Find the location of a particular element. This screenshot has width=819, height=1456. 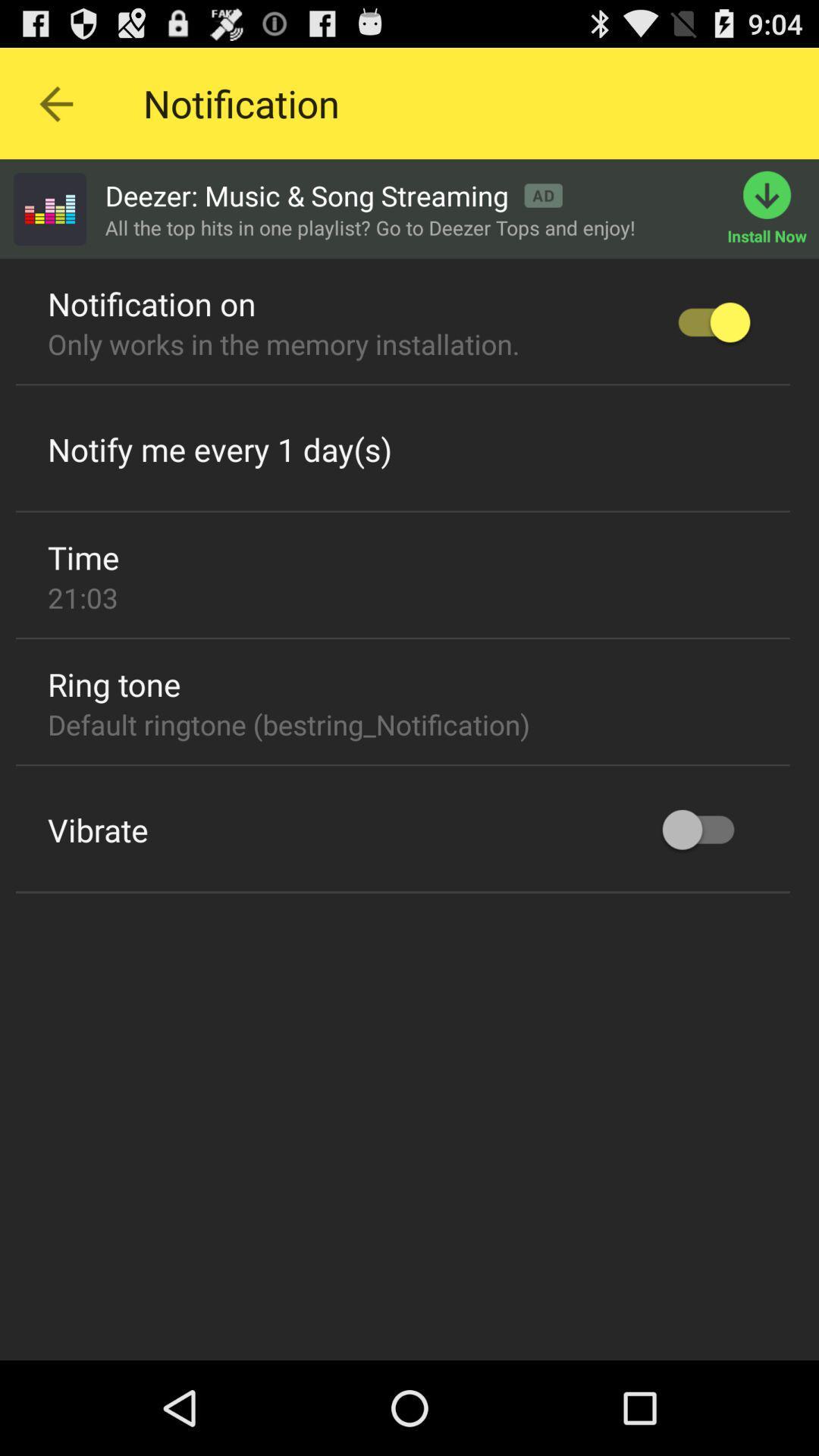

item below the 21:03 icon is located at coordinates (402, 639).